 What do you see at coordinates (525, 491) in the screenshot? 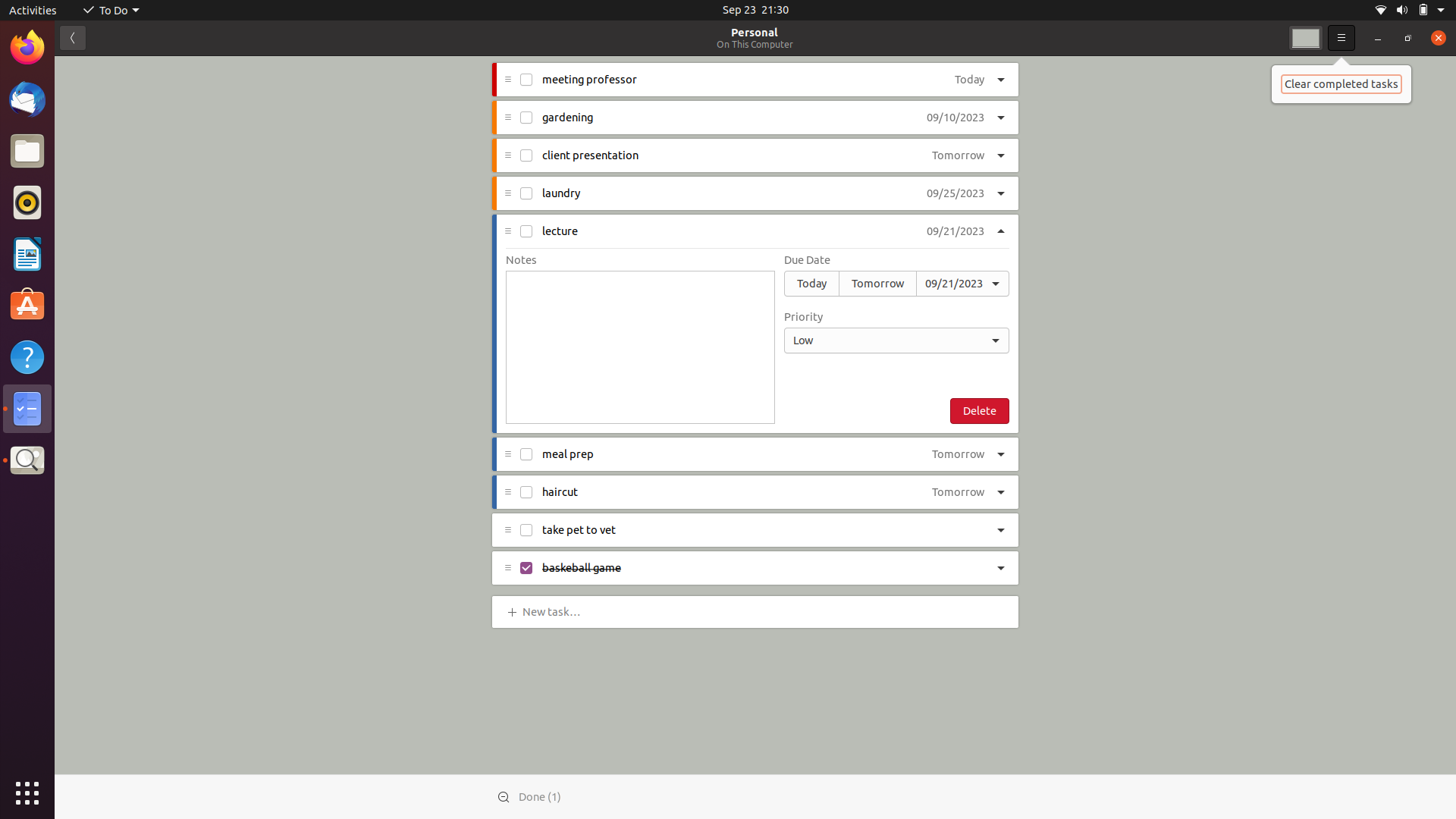
I see `Checkmark the task named "haircut" as finished` at bounding box center [525, 491].